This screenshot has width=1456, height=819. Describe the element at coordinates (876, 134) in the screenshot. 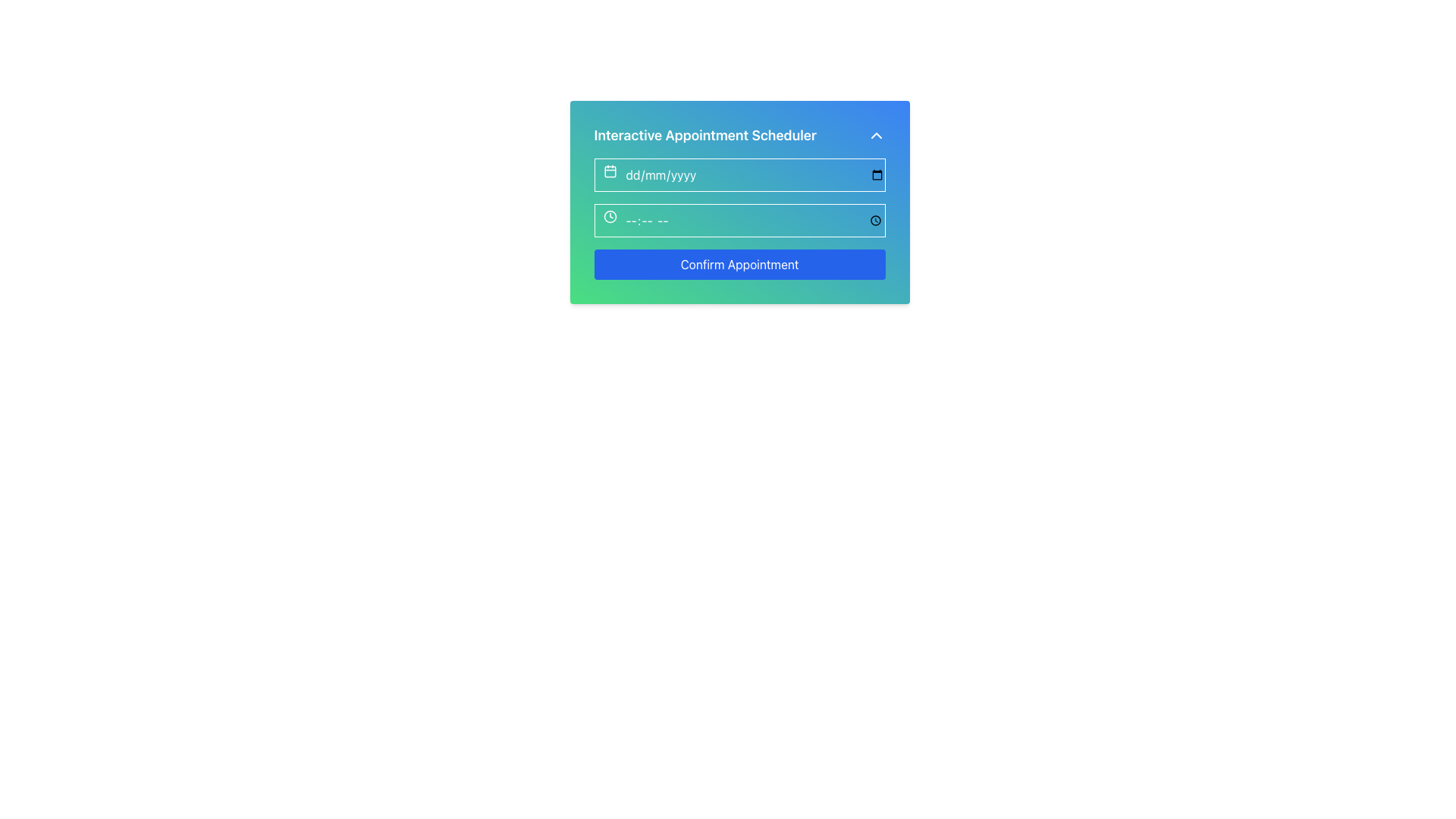

I see `the upward scrolling button located at the top-right corner of the header for the 'Interactive Appointment Scheduler' card` at that location.